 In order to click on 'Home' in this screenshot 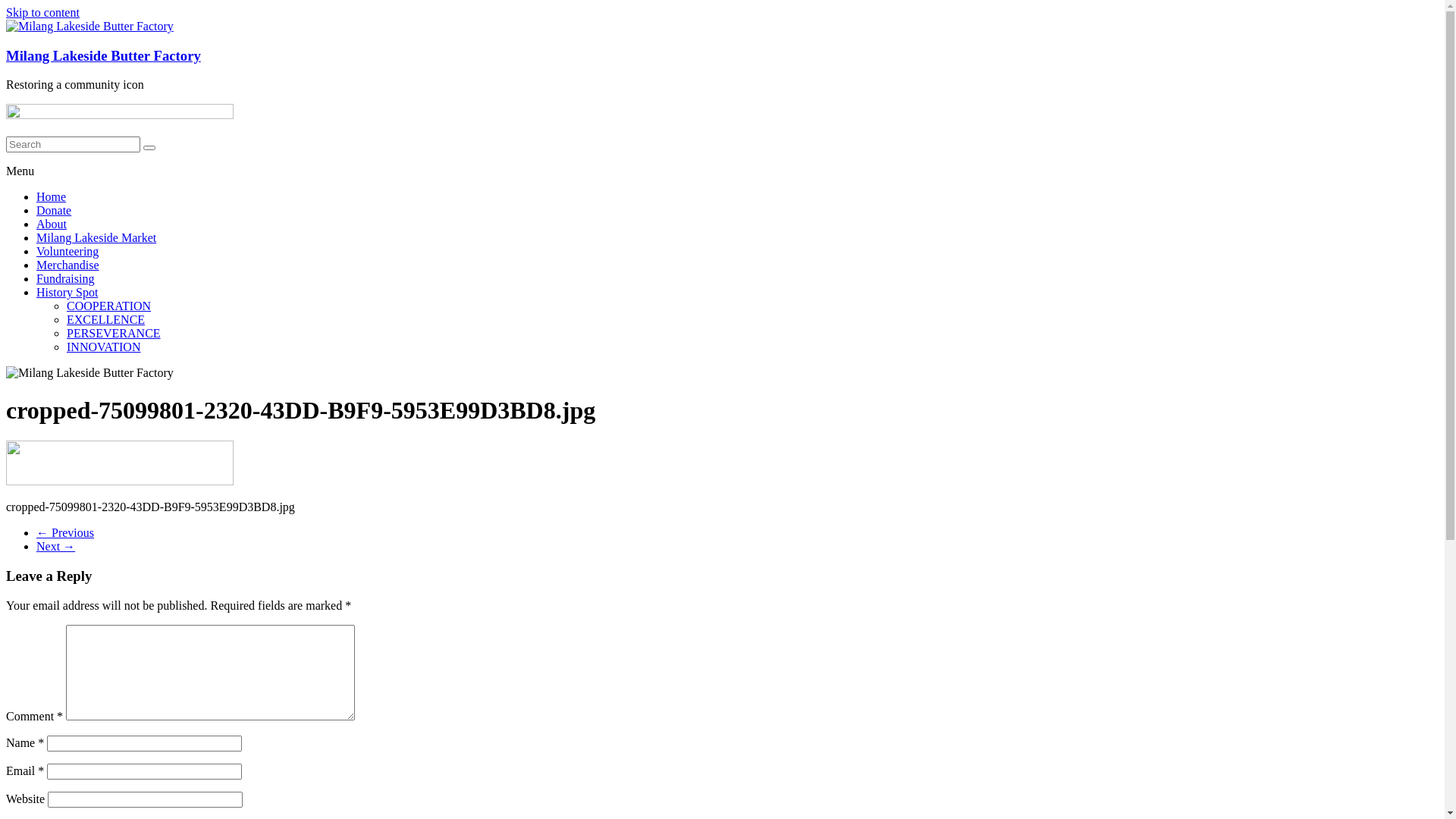, I will do `click(51, 196)`.